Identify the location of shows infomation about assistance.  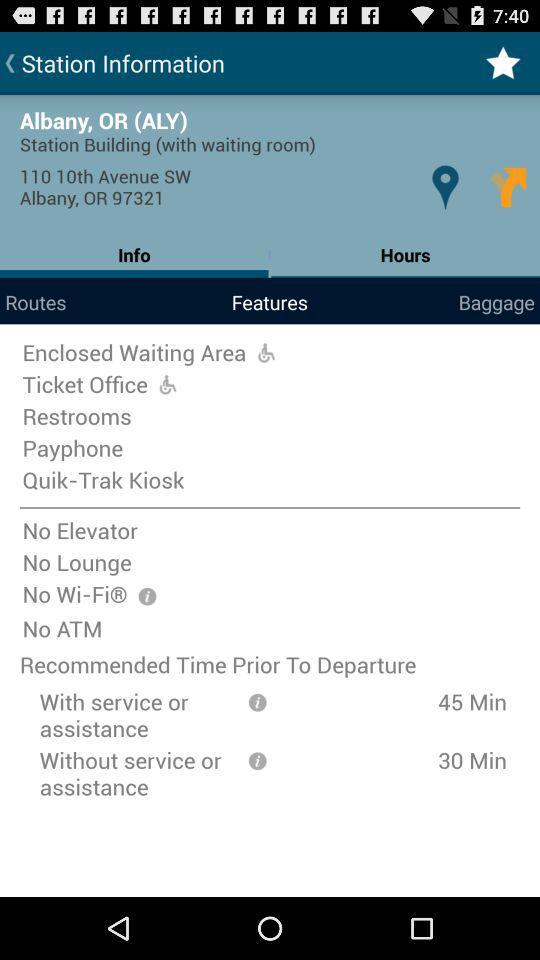
(257, 701).